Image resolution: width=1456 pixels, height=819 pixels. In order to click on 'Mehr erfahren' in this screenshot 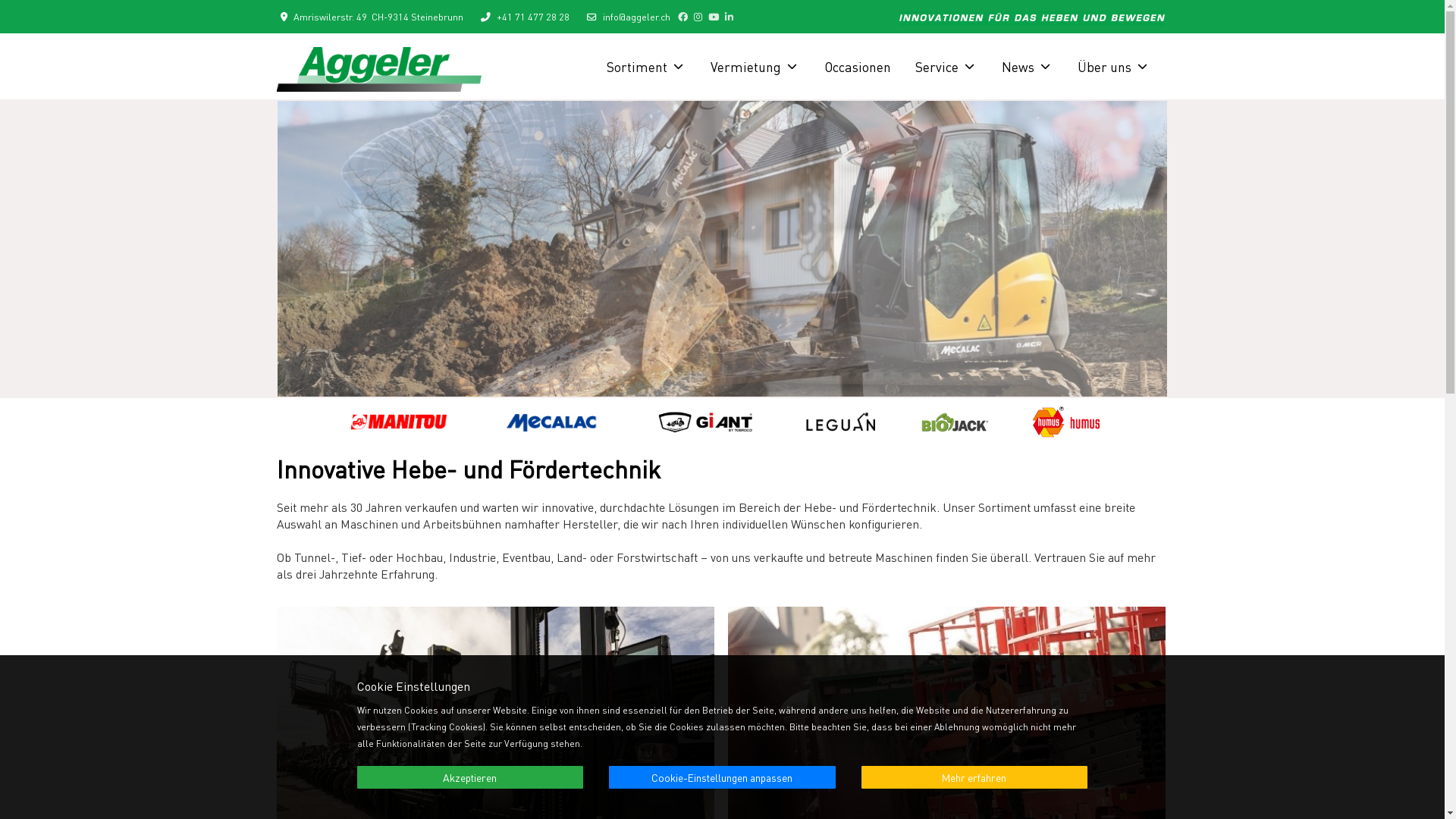, I will do `click(974, 777)`.